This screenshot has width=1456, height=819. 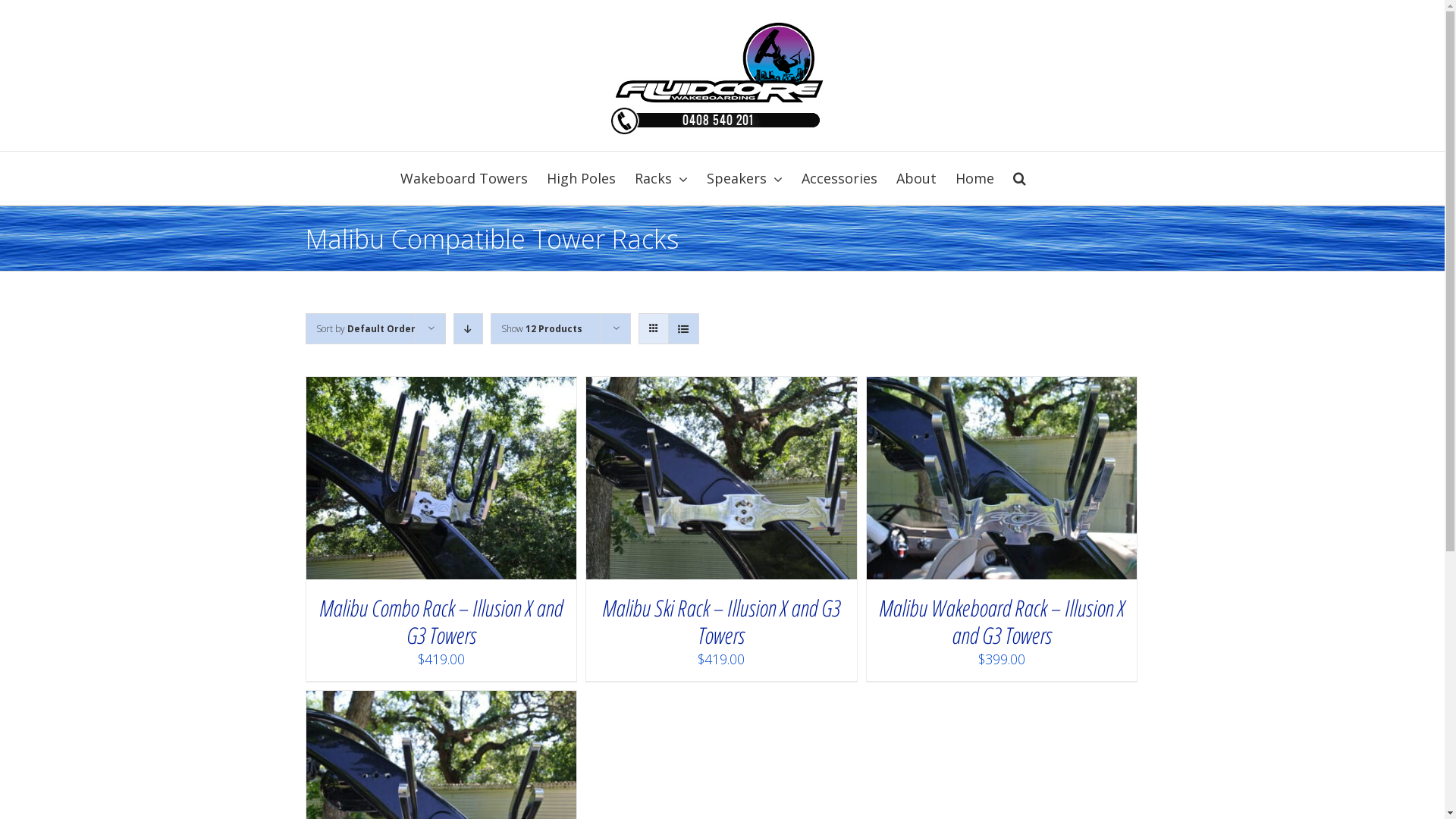 I want to click on 'Sort by Default Order', so click(x=315, y=328).